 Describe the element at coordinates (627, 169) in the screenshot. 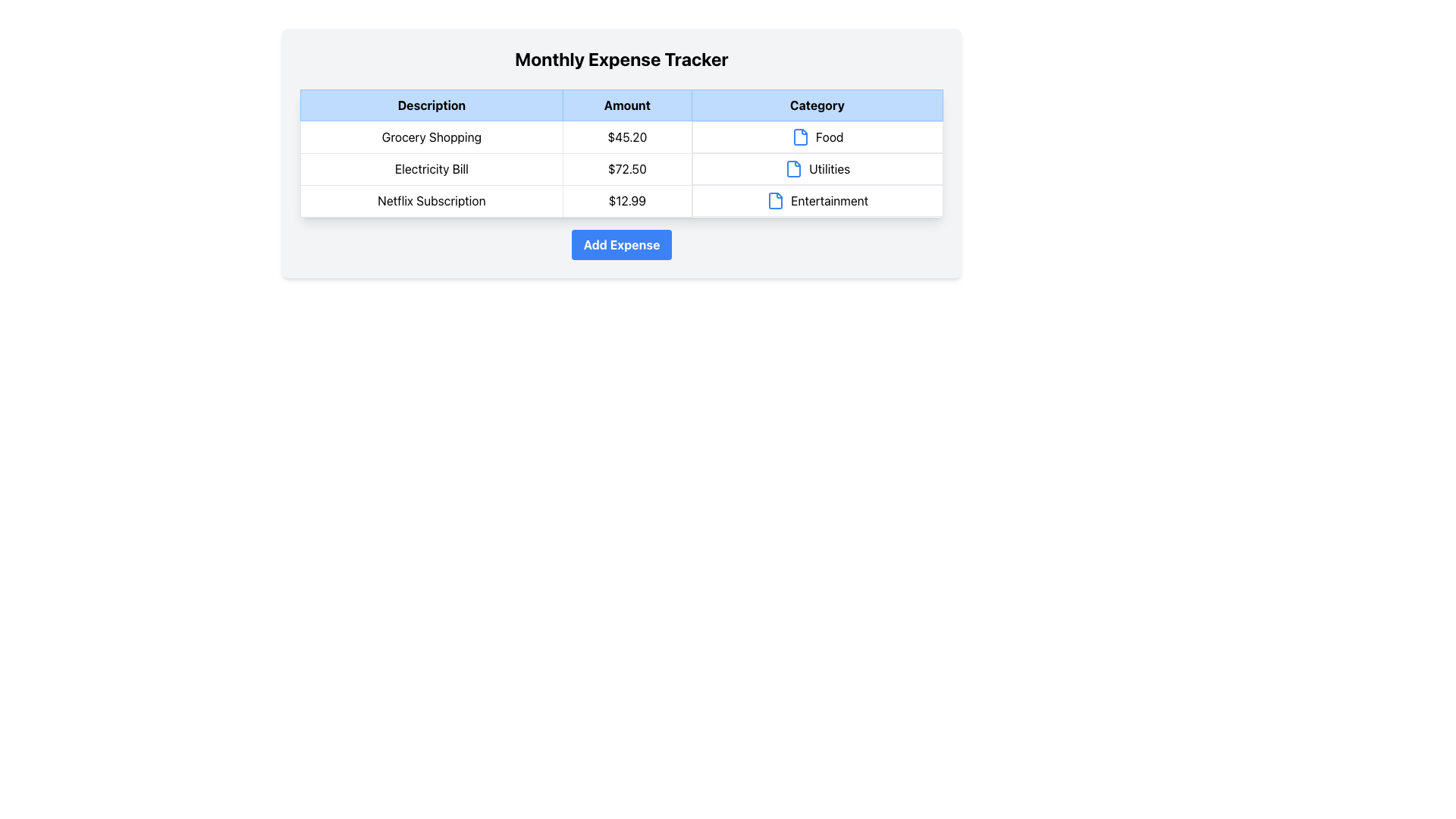

I see `the static text component displaying the monetary value '$72.50' located in the 'Amount' column of the table, which is the second item in that column` at that location.